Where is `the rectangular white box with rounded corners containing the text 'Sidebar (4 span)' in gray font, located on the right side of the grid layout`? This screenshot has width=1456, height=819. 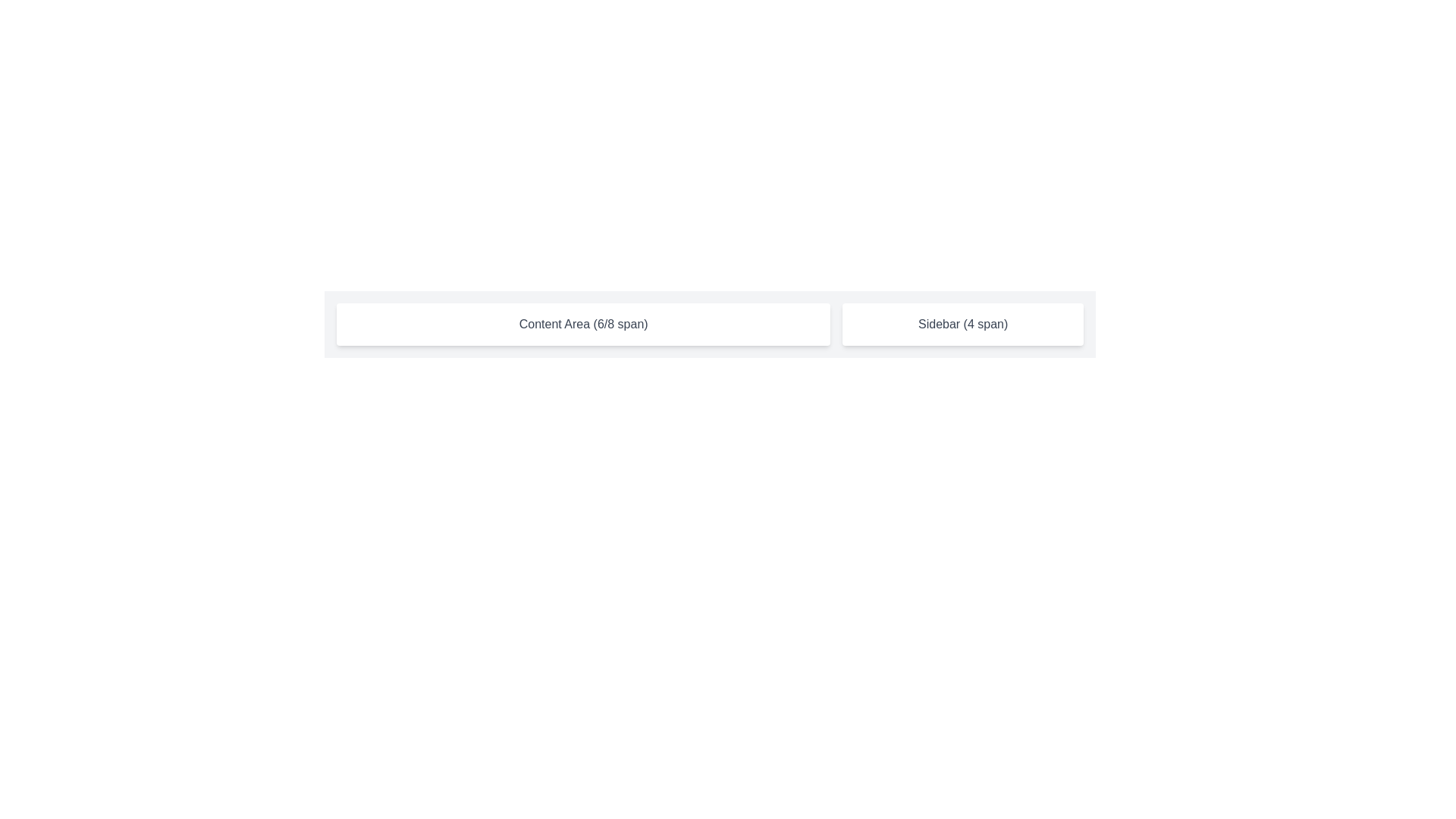
the rectangular white box with rounded corners containing the text 'Sidebar (4 span)' in gray font, located on the right side of the grid layout is located at coordinates (962, 324).